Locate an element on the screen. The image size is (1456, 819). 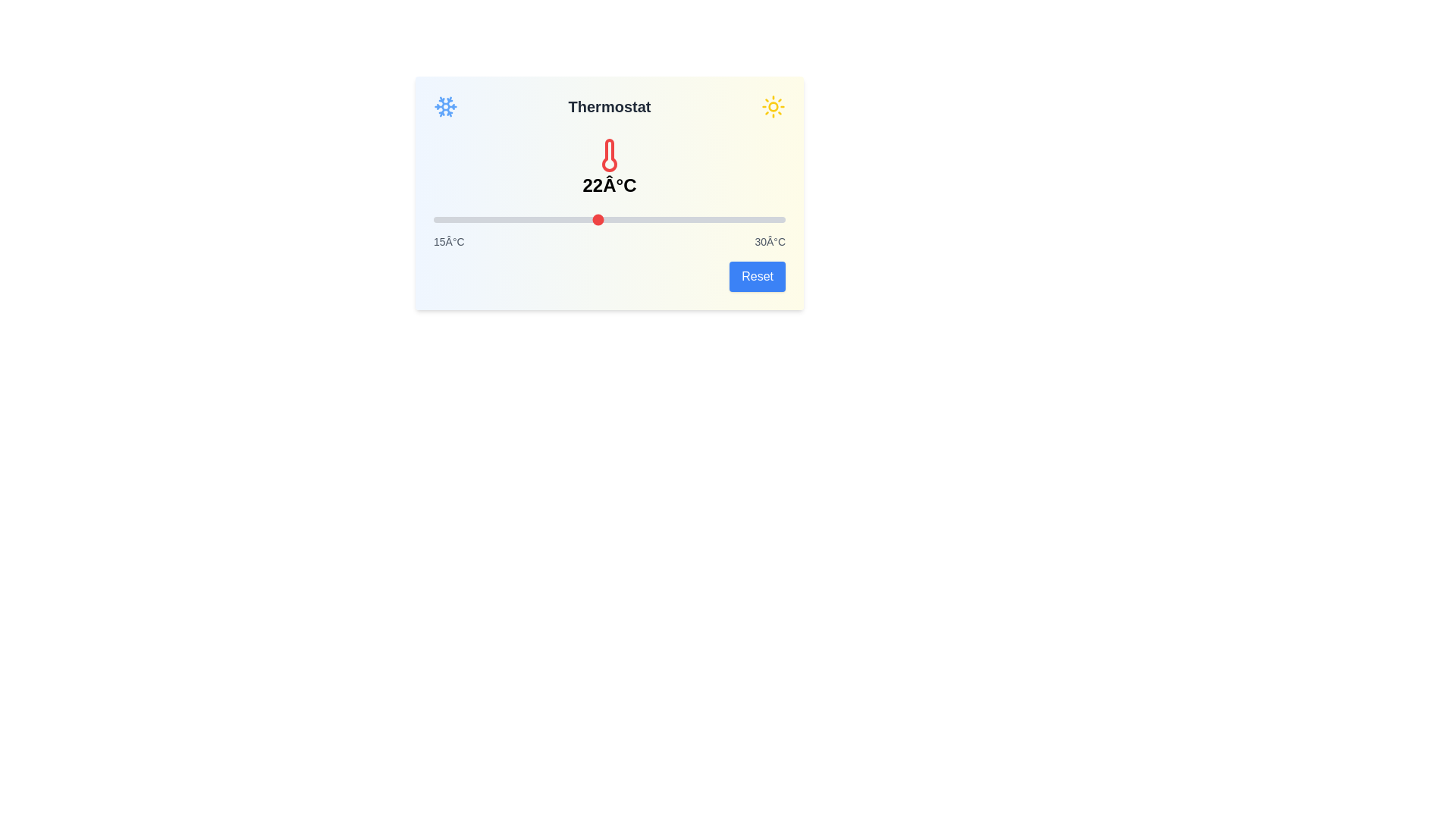
the slider to set the temperature to 18 degrees is located at coordinates (504, 219).